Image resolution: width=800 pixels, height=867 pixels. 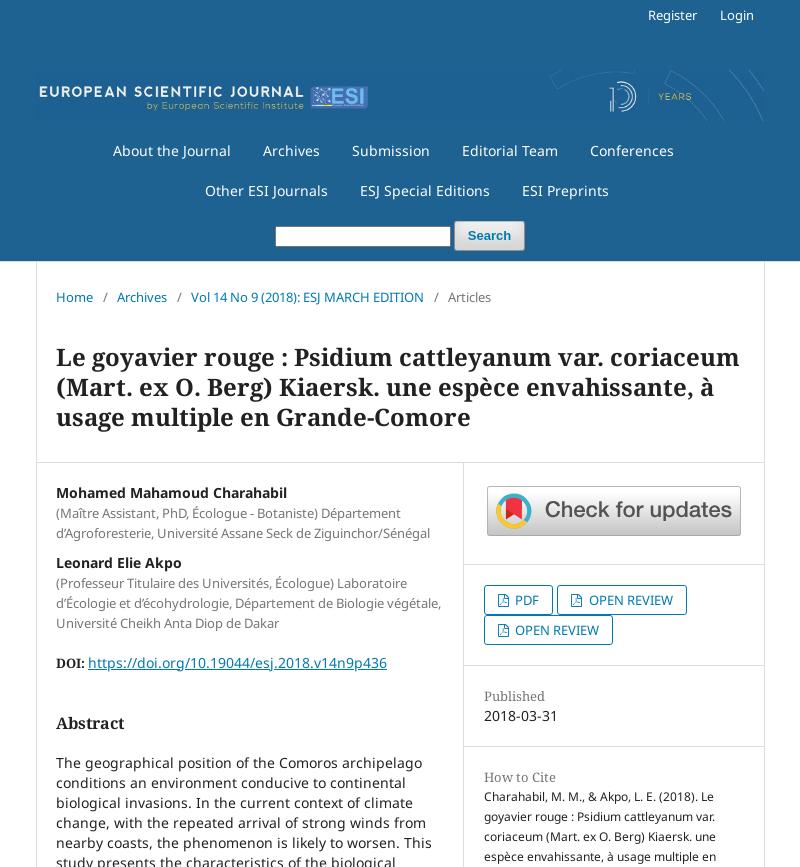 What do you see at coordinates (247, 600) in the screenshot?
I see `'(Professeur Titulaire des Universités, Écologue)
Laboratoire d’Écologie et d’écohydrologie,
Département de Biologie végétale, Université Cheikh Anta Diop de Dakar'` at bounding box center [247, 600].